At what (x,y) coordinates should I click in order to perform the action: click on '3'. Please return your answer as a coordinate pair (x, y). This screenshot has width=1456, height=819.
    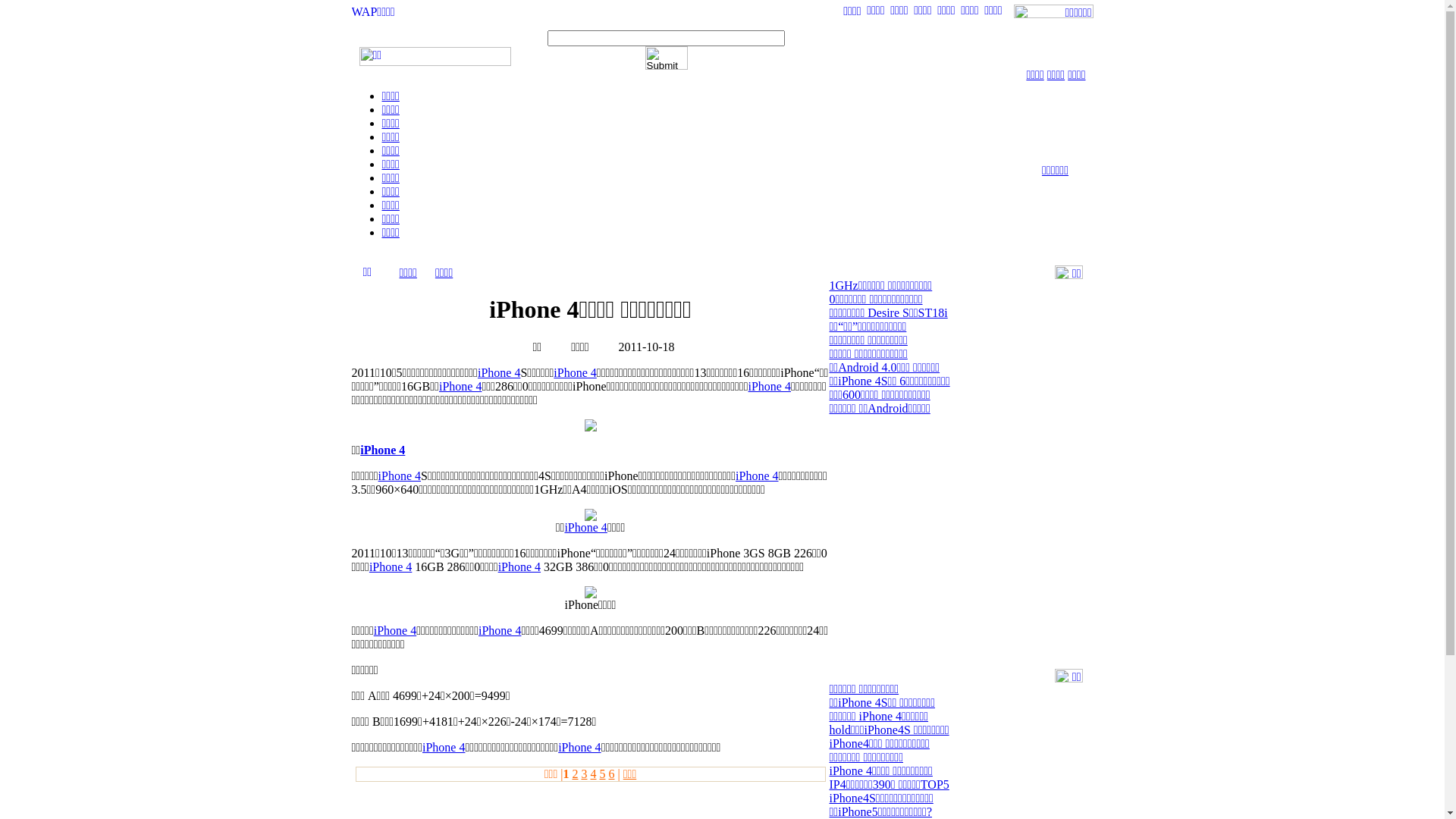
    Looking at the image, I should click on (582, 773).